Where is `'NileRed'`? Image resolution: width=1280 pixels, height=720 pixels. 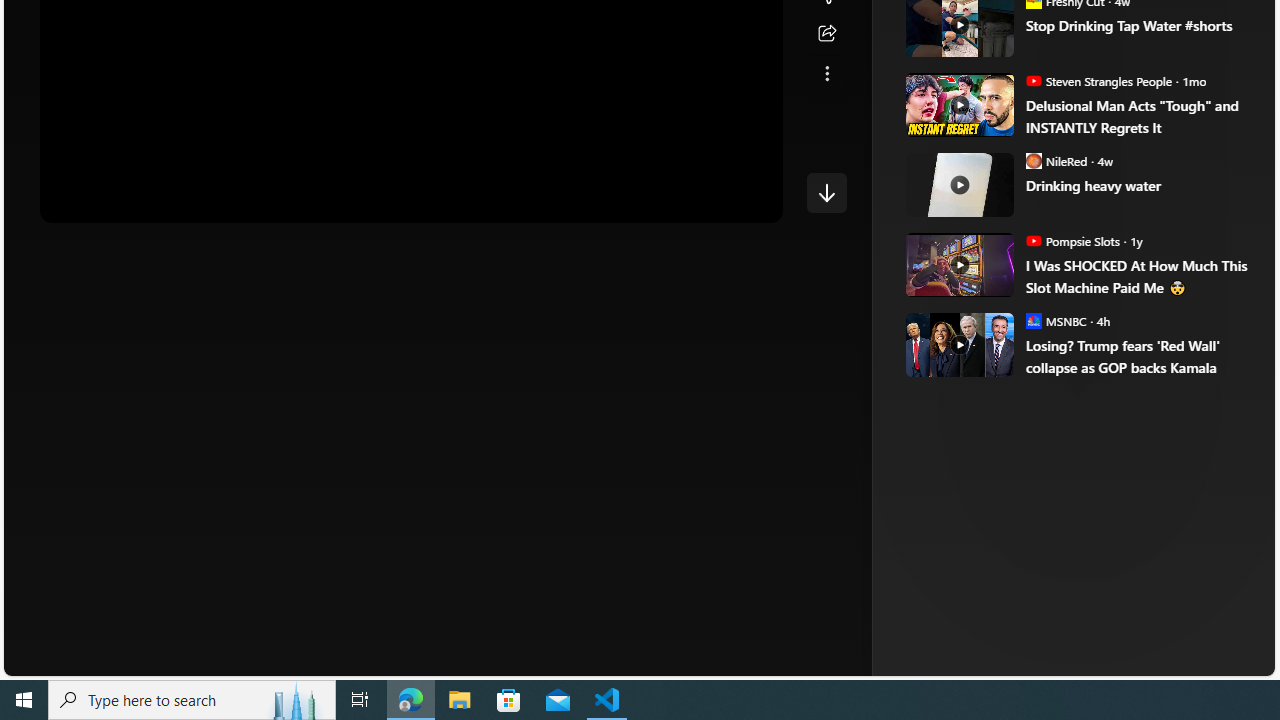
'NileRed' is located at coordinates (1033, 159).